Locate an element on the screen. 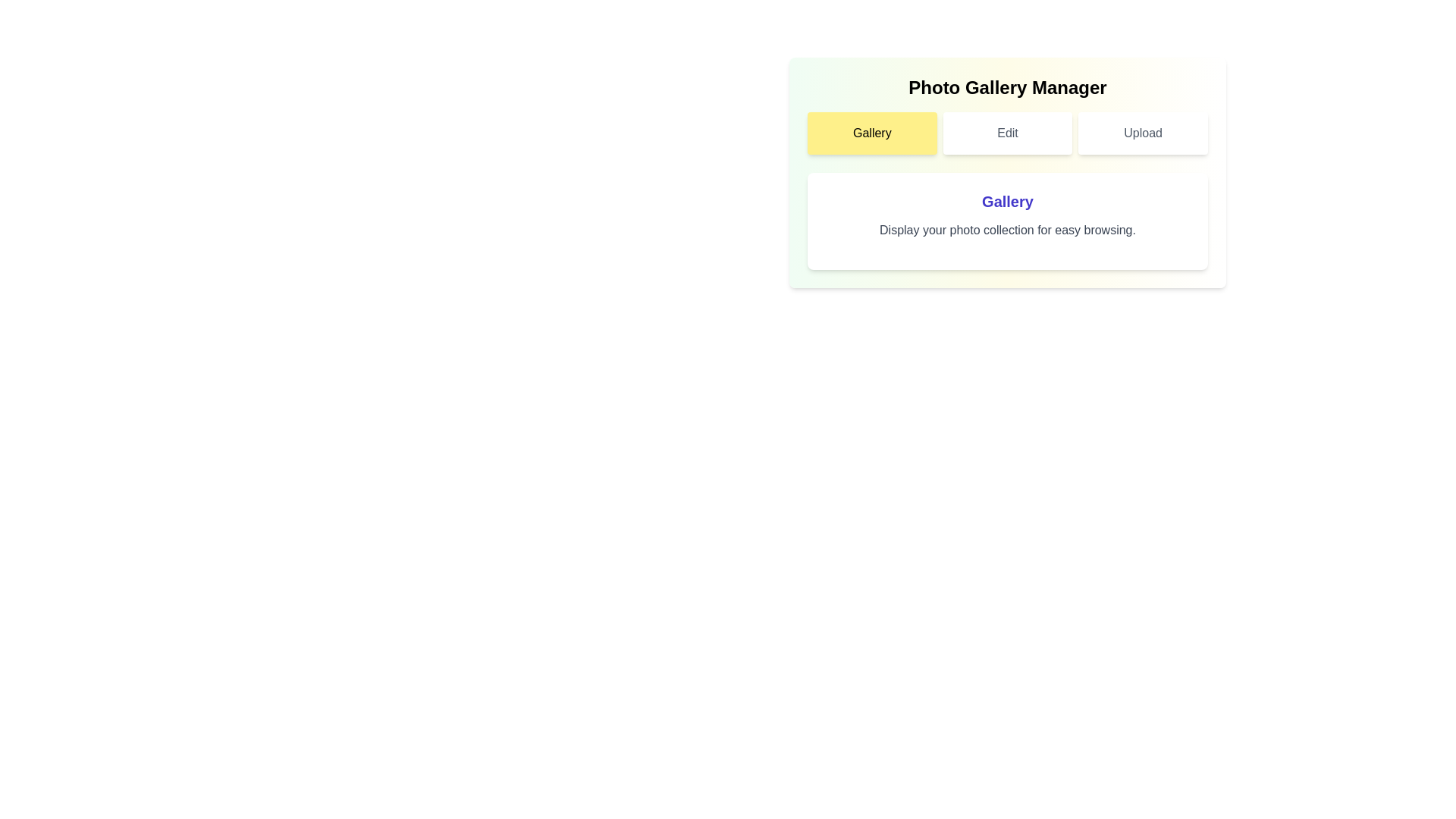  the third button in the horizontal layout below the 'Photo Gallery Manager' heading is located at coordinates (1143, 133).